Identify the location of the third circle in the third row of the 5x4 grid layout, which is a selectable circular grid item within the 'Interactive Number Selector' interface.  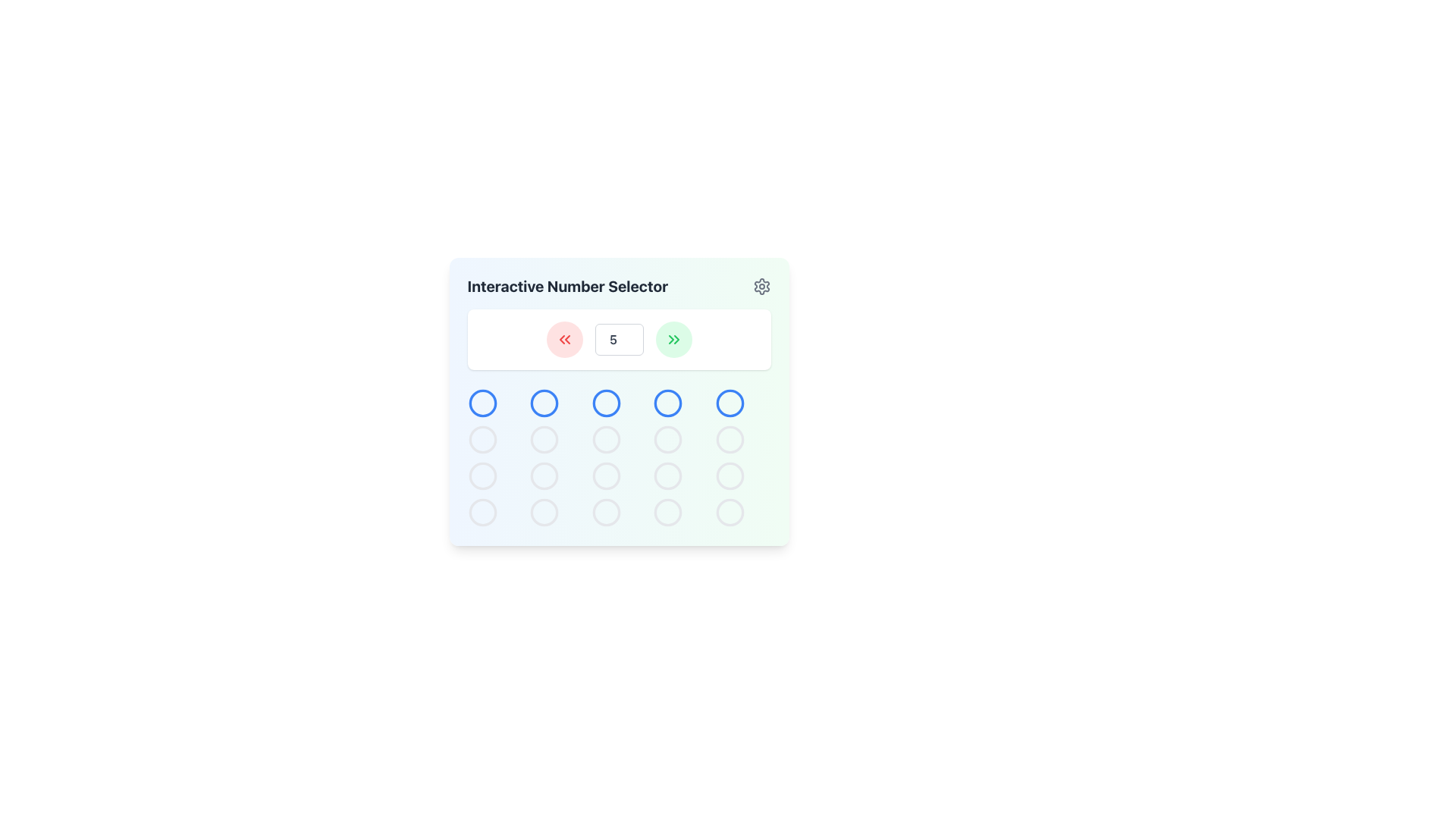
(544, 475).